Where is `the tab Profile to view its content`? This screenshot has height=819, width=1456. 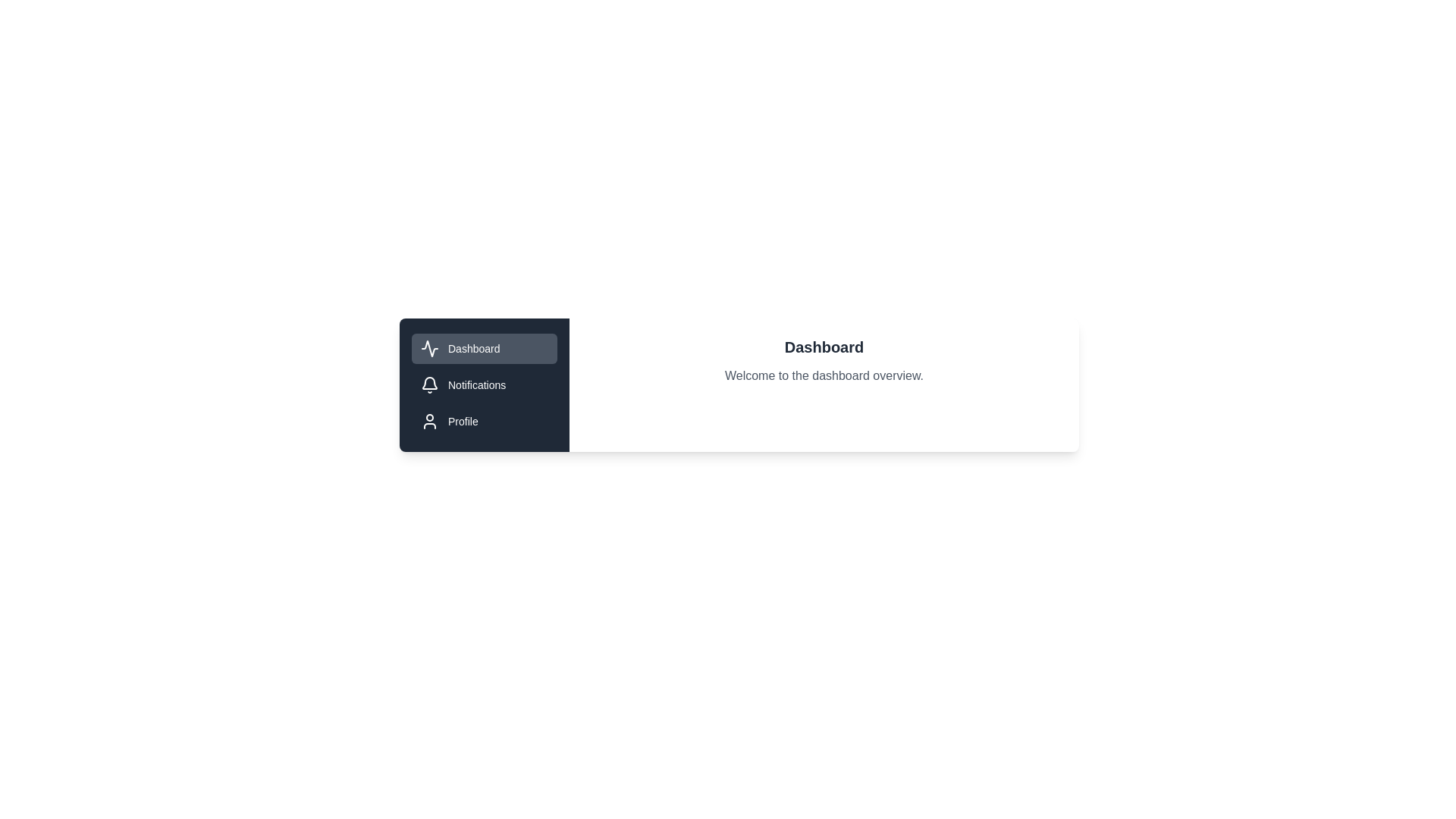 the tab Profile to view its content is located at coordinates (483, 421).